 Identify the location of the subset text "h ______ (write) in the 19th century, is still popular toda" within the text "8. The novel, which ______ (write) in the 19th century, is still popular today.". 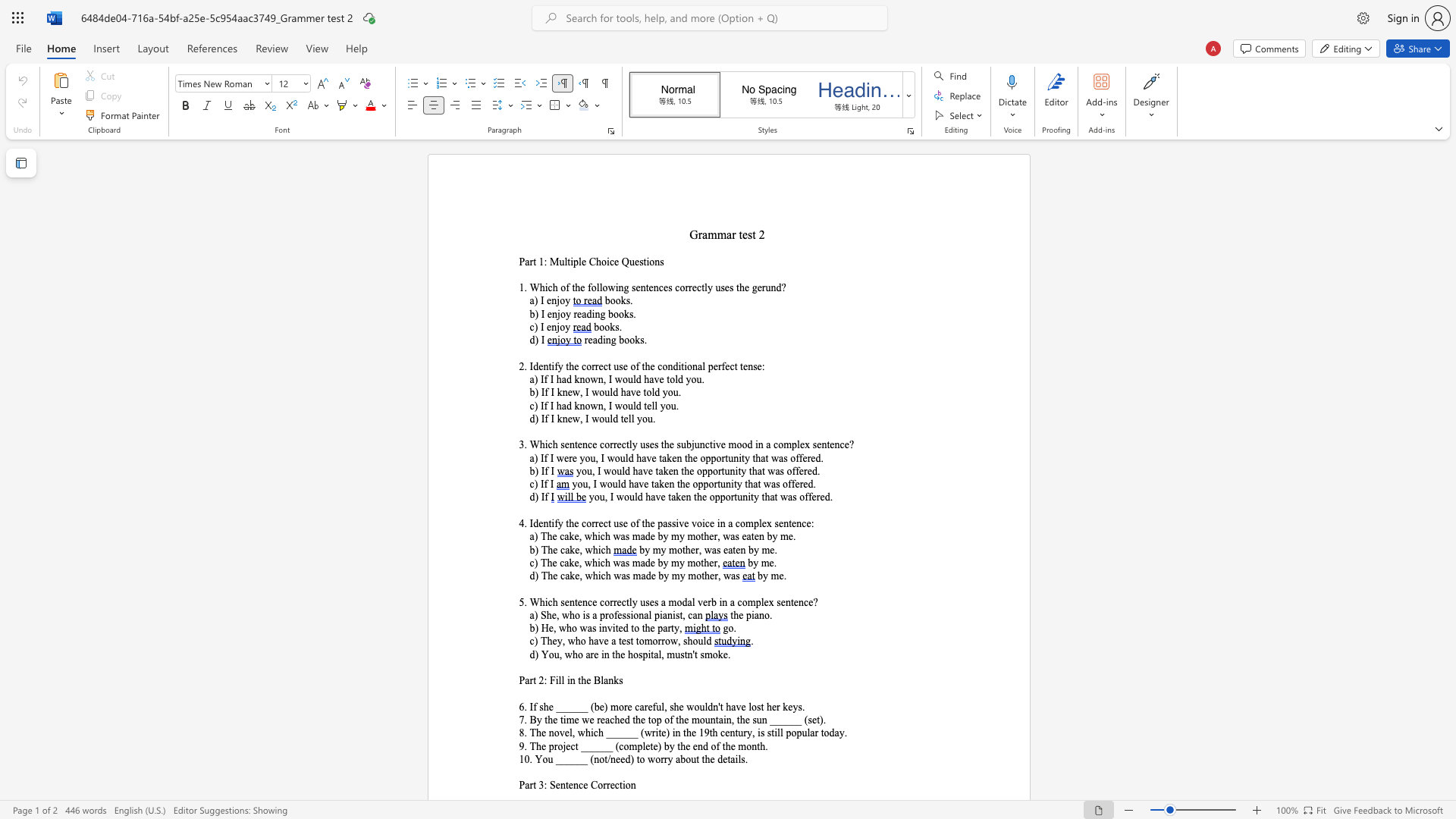
(598, 732).